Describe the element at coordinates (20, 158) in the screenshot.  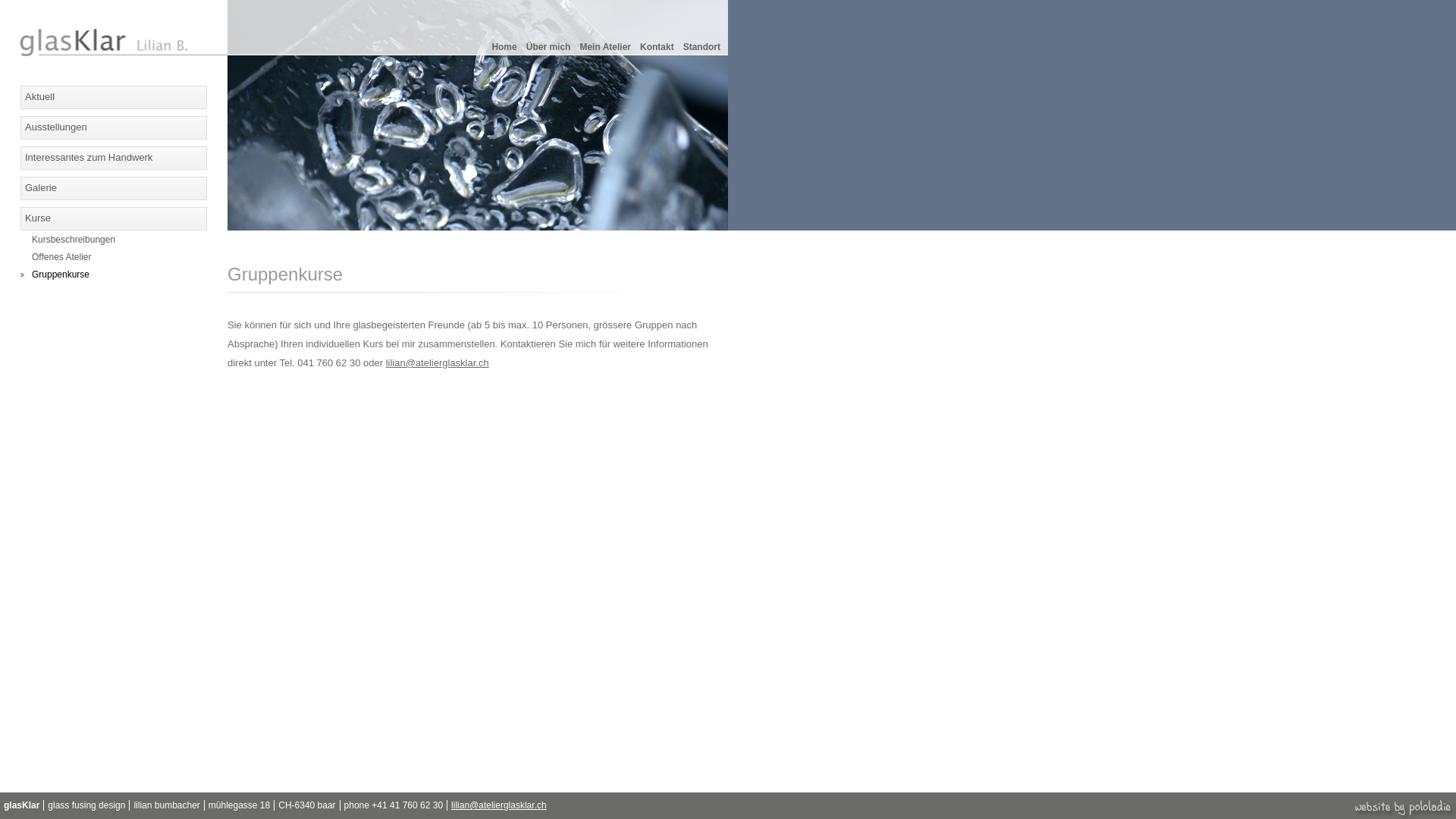
I see `'Interessantes zum Handwerk'` at that location.